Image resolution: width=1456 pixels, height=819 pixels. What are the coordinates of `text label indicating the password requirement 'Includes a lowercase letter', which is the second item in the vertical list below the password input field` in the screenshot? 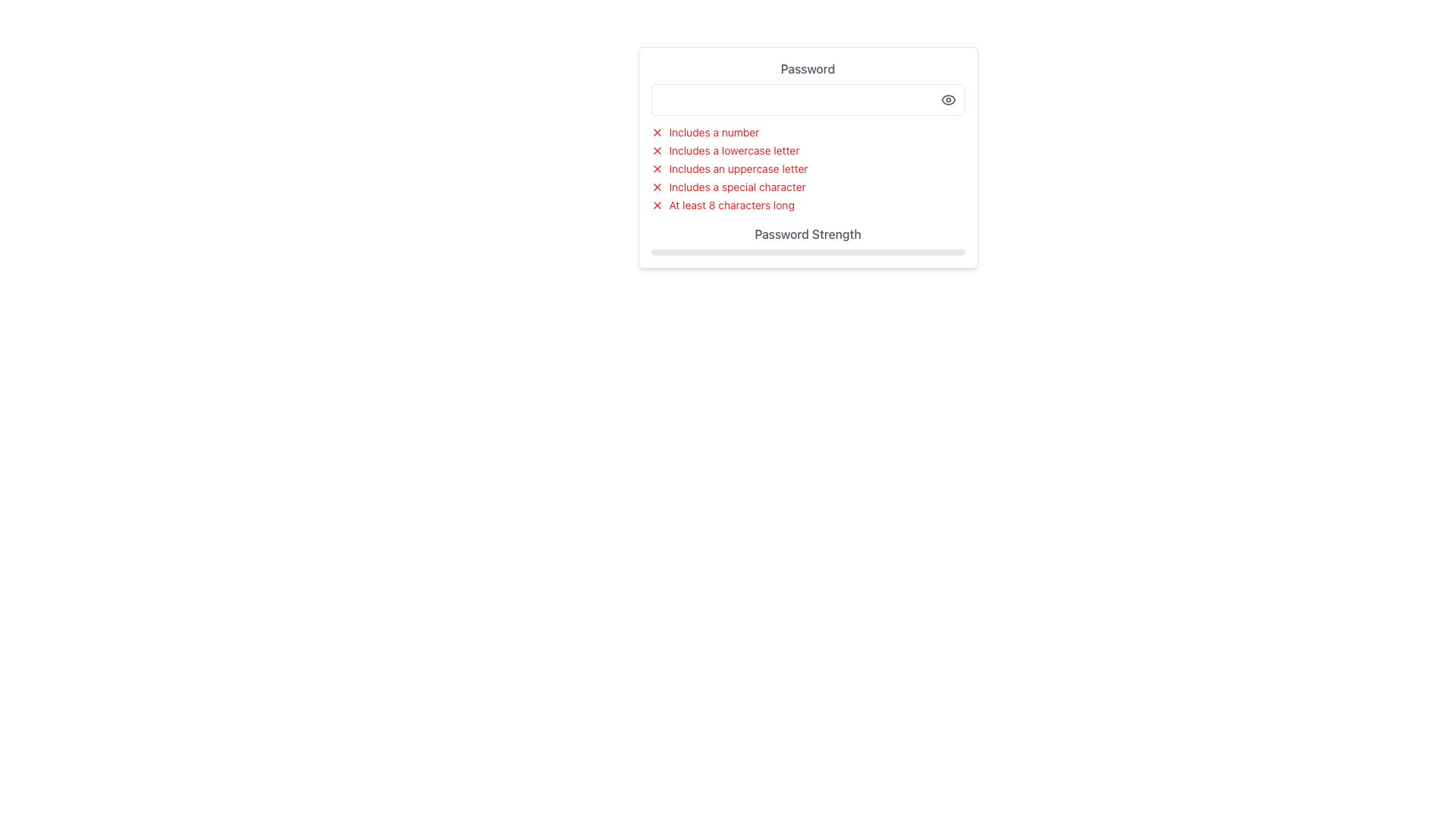 It's located at (734, 151).